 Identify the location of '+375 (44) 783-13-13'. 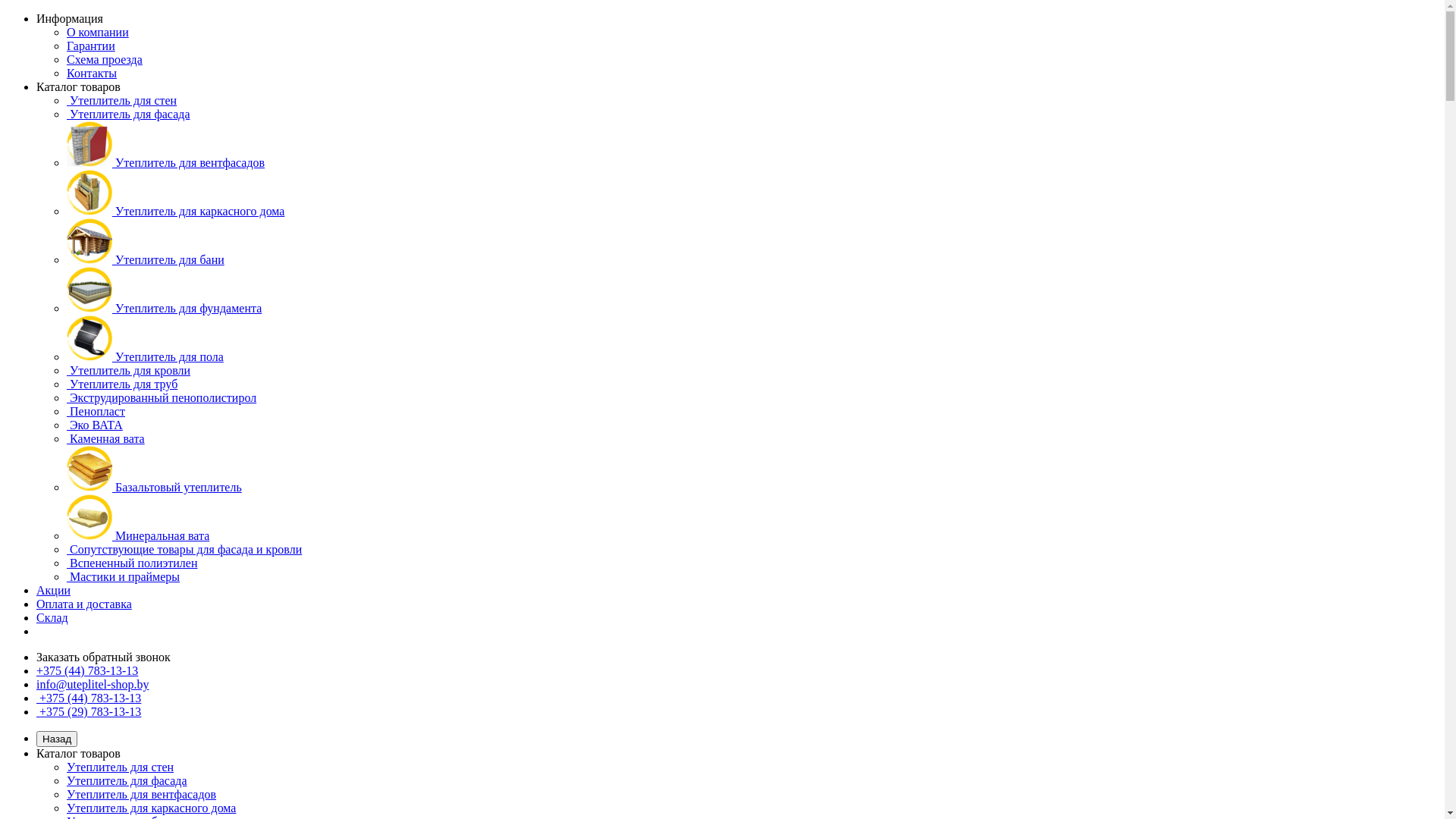
(36, 670).